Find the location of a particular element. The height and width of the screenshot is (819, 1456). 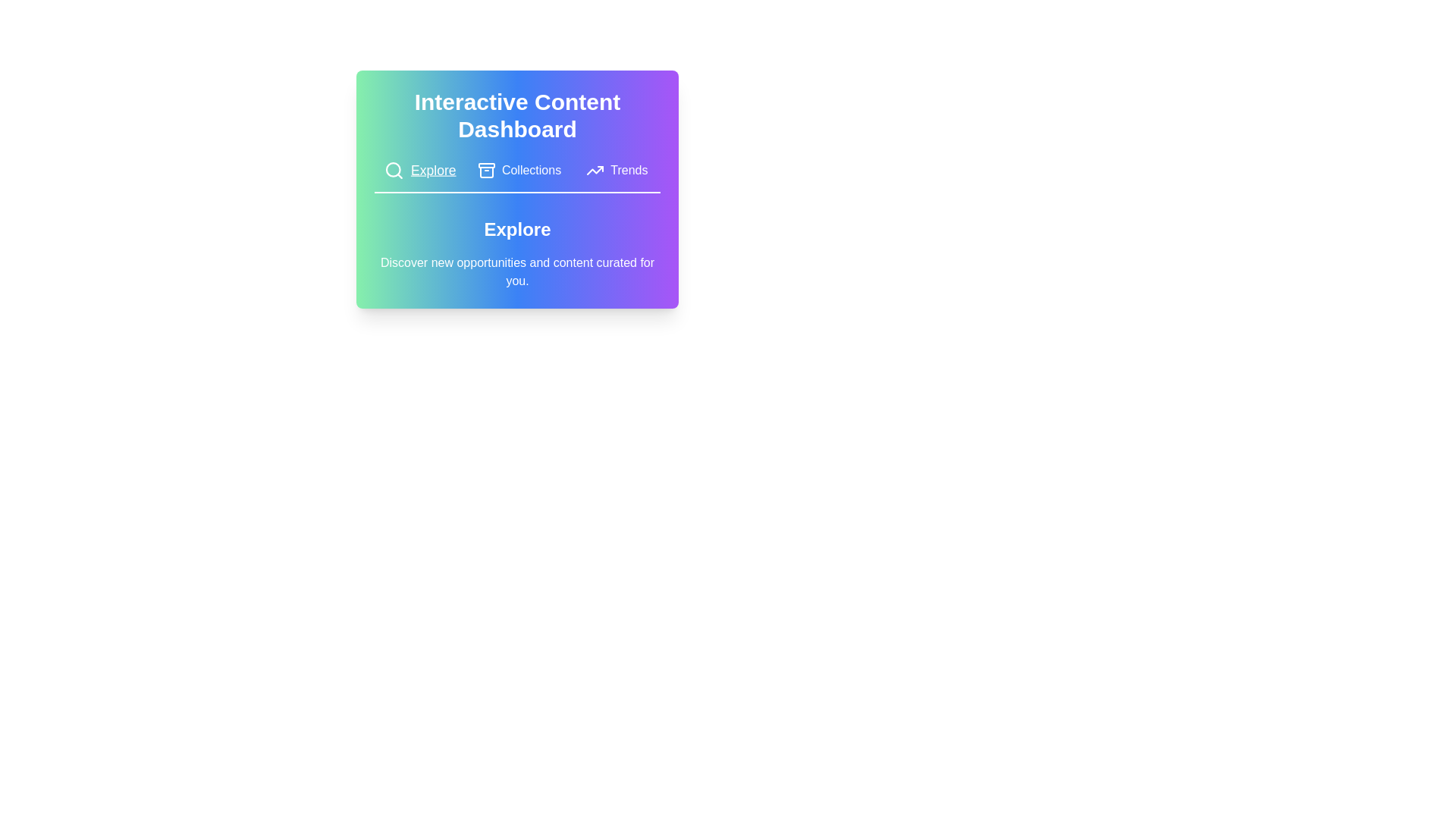

the tab labeled Trends is located at coordinates (617, 170).